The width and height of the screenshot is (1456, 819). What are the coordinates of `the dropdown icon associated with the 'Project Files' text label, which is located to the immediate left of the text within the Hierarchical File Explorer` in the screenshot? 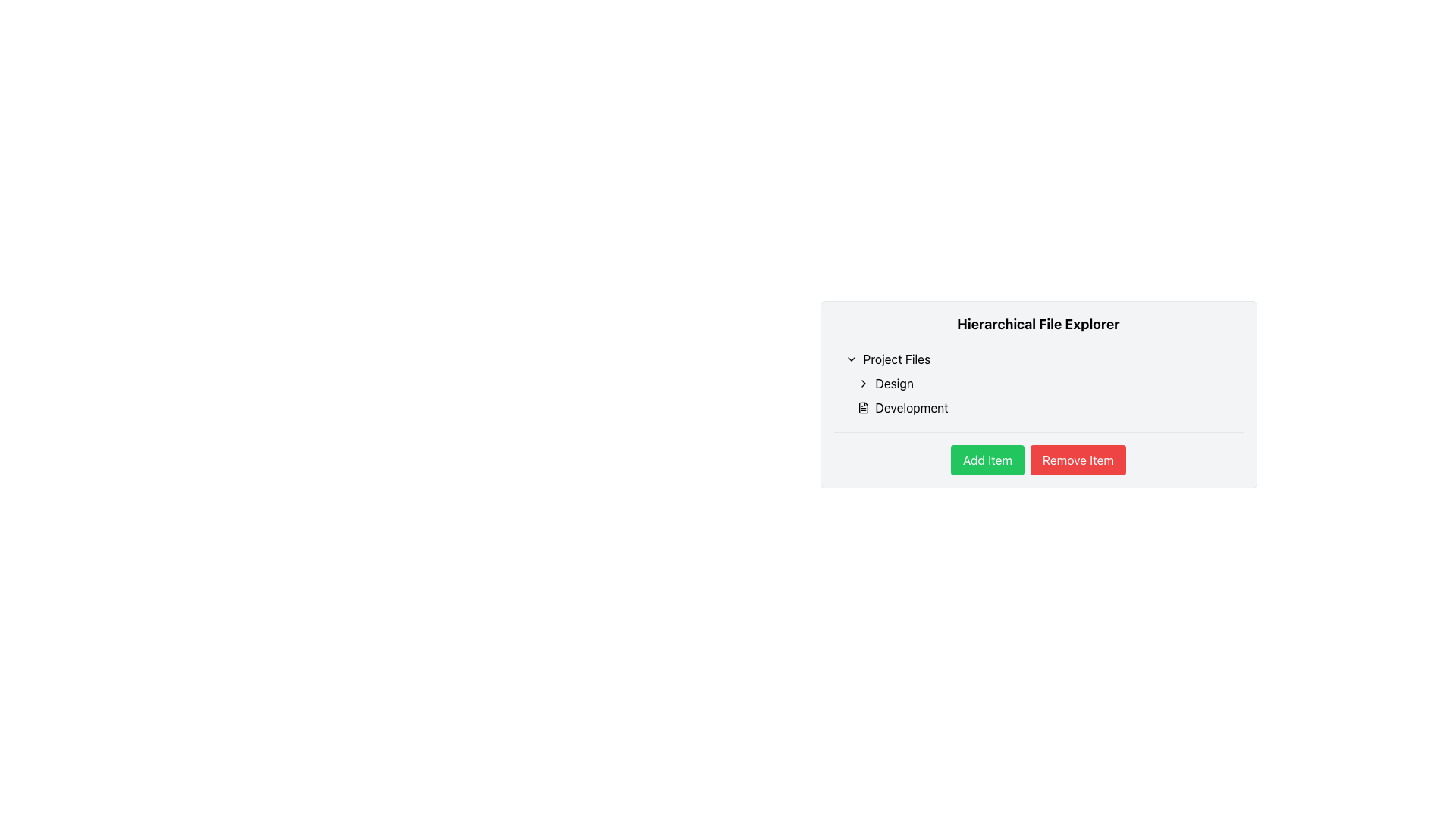 It's located at (896, 359).